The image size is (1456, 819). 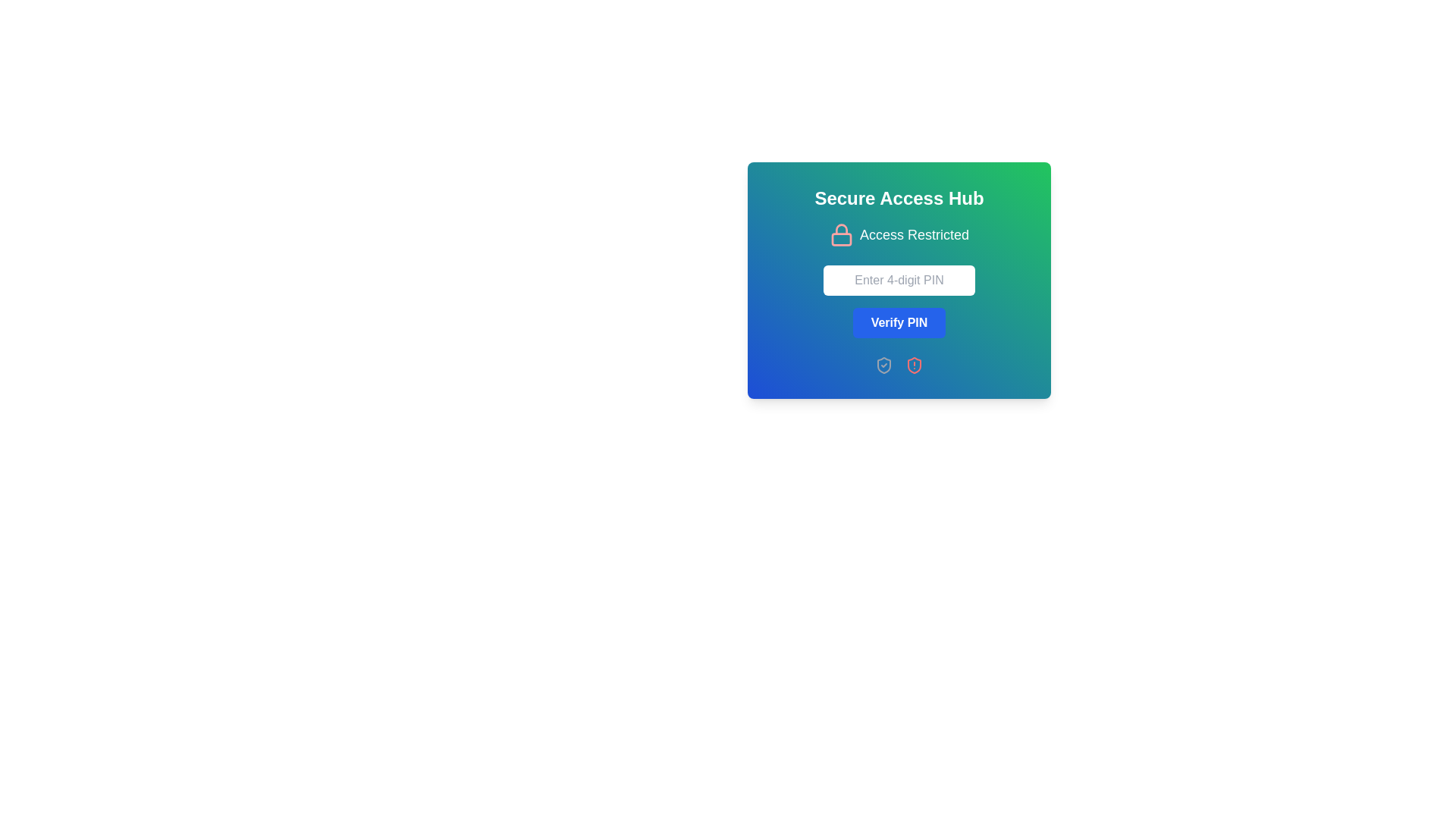 I want to click on the 'Access Restricted' text label, which is styled with white text on a gradient background and is located next to a lock icon in a secure access section, so click(x=913, y=234).